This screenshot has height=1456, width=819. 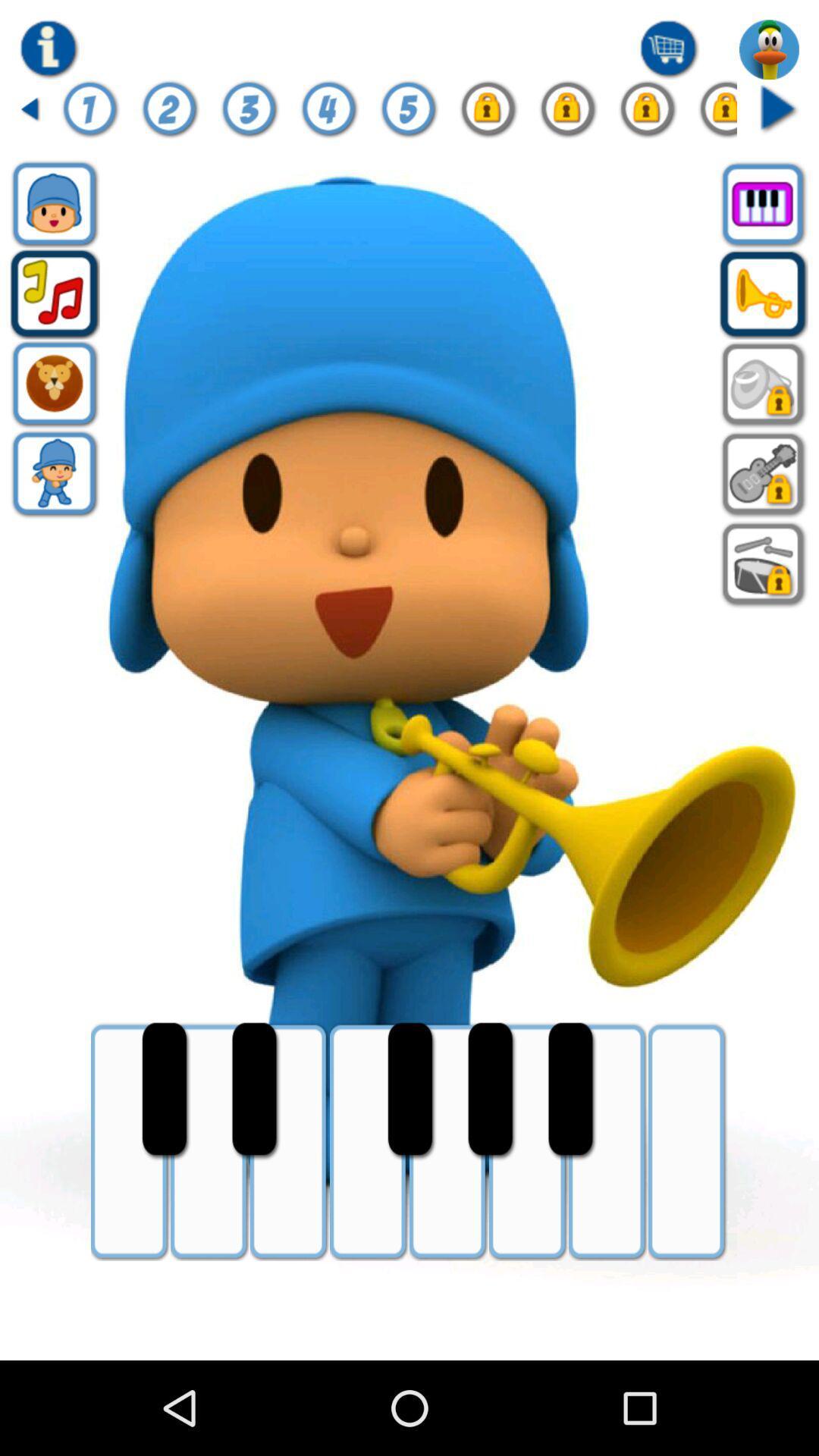 What do you see at coordinates (568, 116) in the screenshot?
I see `the lock icon` at bounding box center [568, 116].